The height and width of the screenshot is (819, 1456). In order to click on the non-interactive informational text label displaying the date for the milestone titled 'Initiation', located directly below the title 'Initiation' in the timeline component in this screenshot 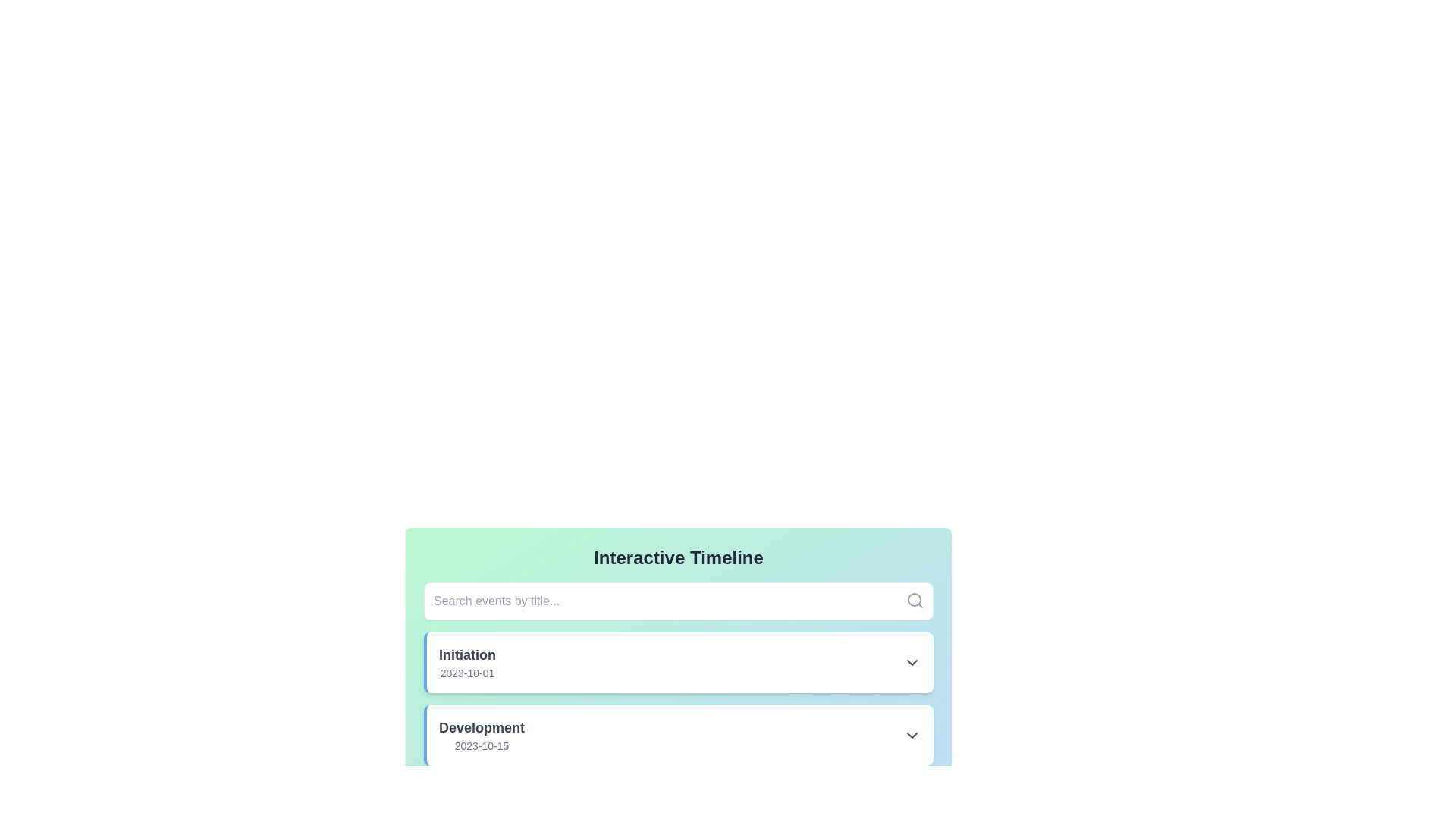, I will do `click(466, 672)`.